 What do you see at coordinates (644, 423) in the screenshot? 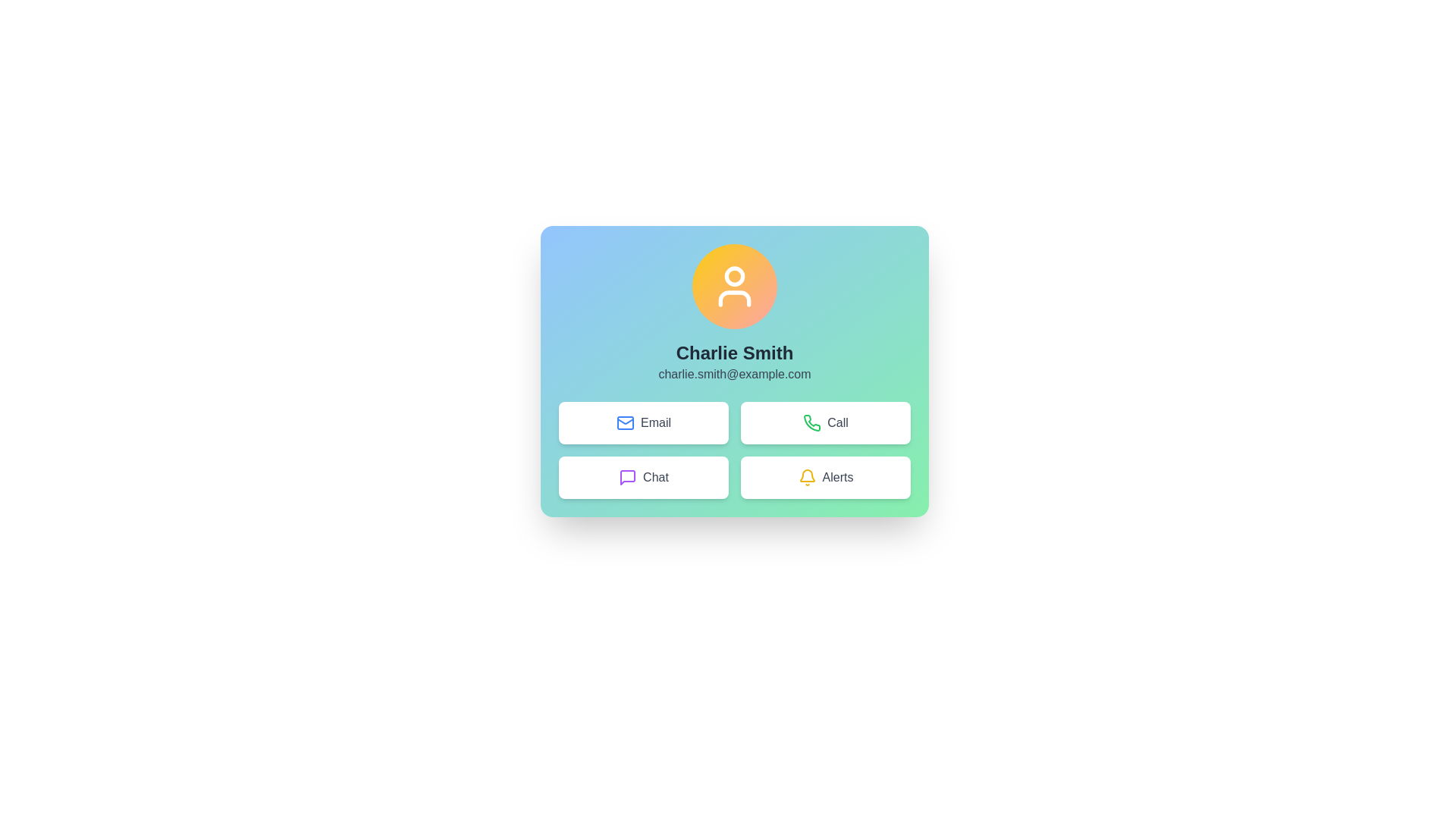
I see `the 'Email' button located at the top-left of the button grid` at bounding box center [644, 423].